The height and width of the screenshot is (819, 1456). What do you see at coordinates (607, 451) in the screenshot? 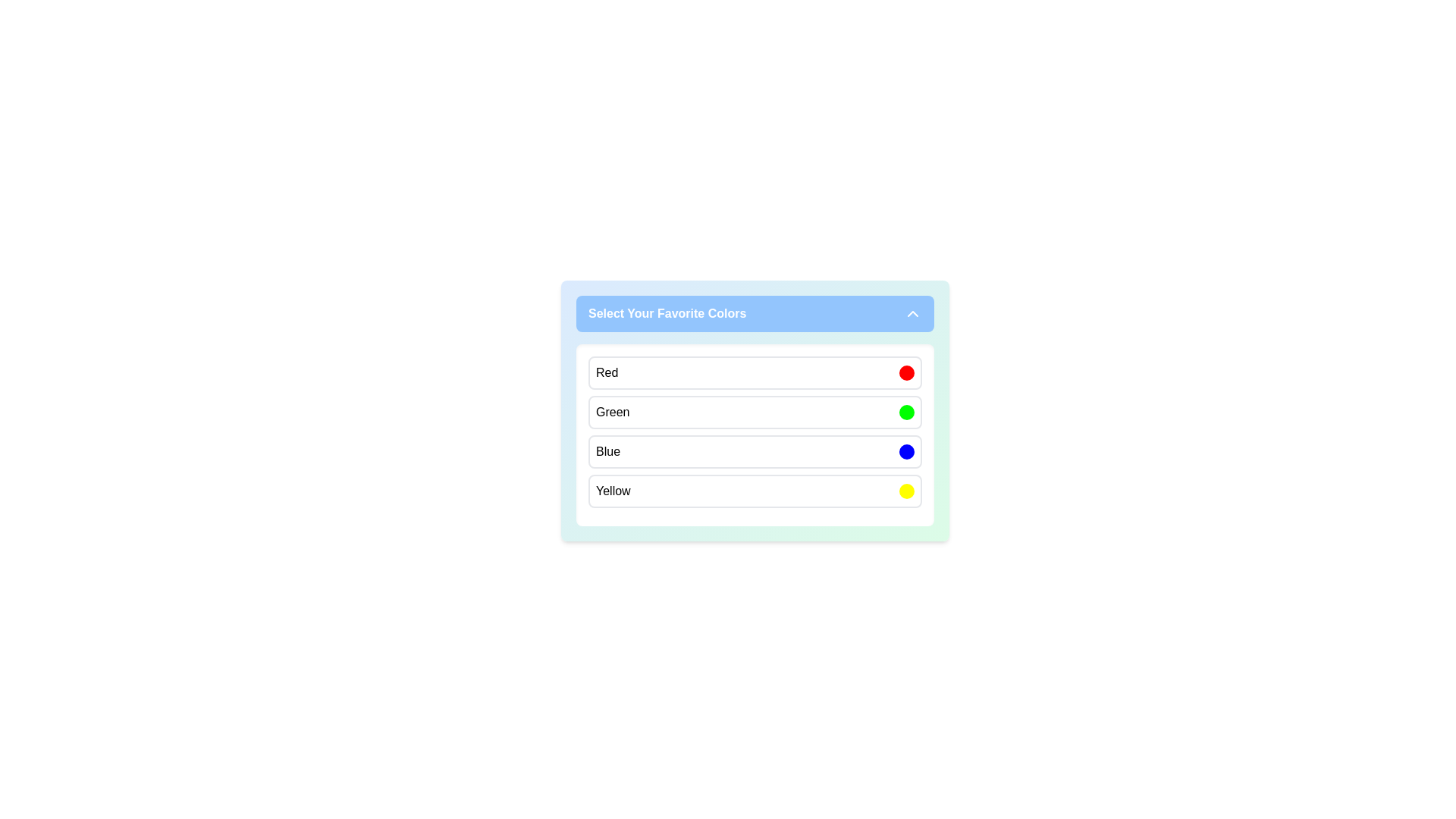
I see `the left-aligned text label for the 'Blue' color option, which is the third item in the vertical list of selectable color options` at bounding box center [607, 451].